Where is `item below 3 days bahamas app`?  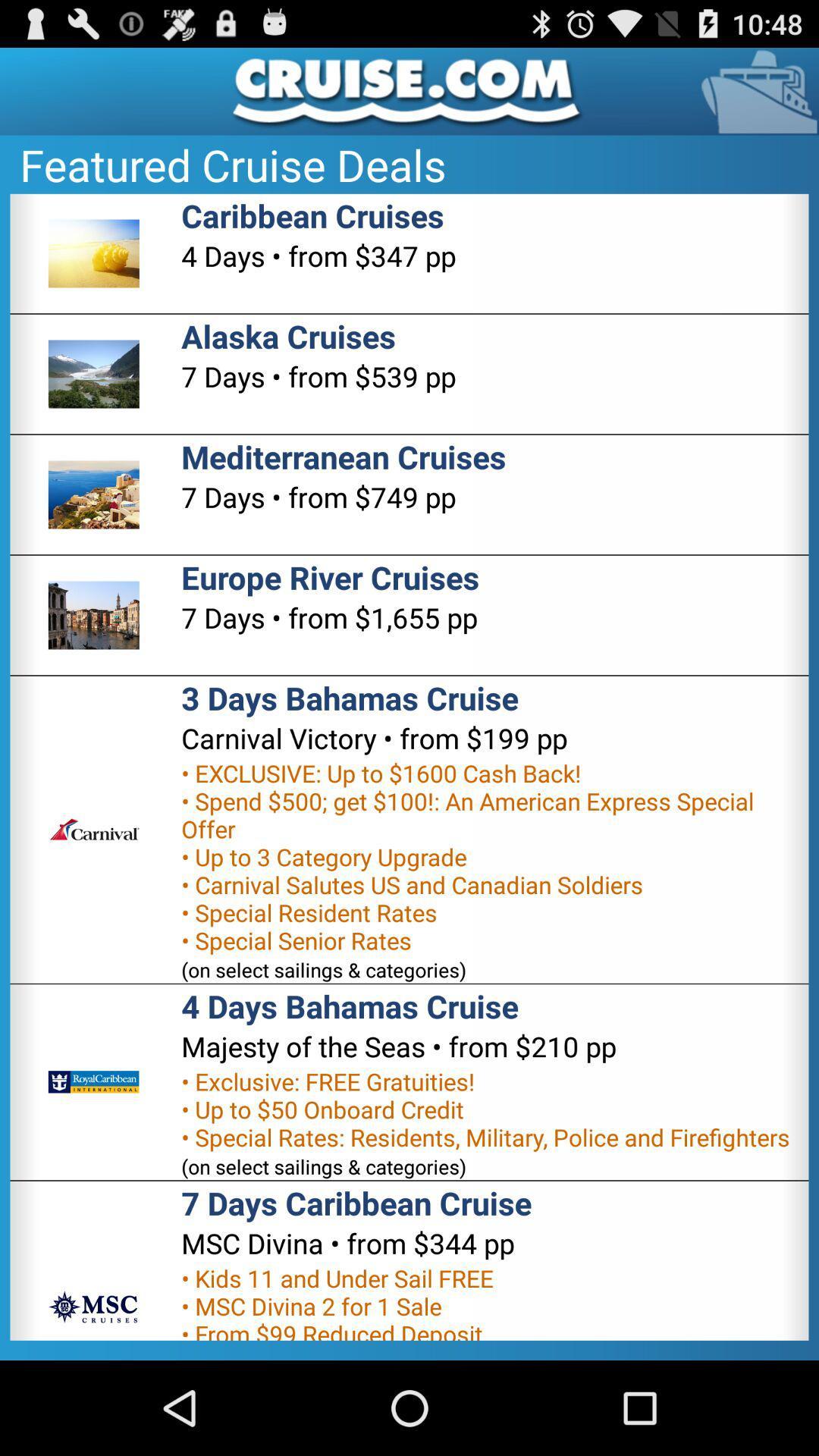
item below 3 days bahamas app is located at coordinates (374, 738).